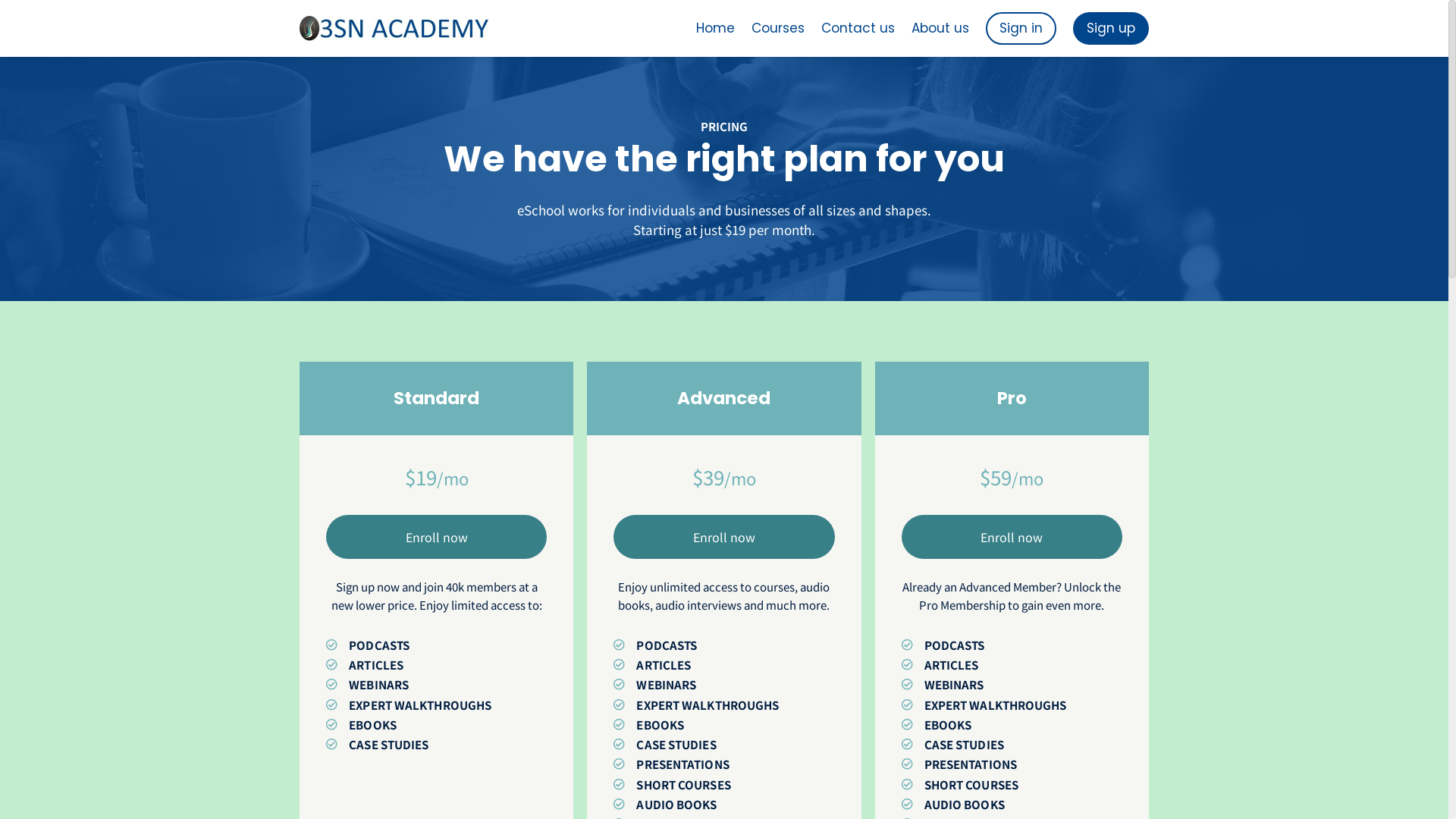  I want to click on 'Enroll now', so click(435, 536).